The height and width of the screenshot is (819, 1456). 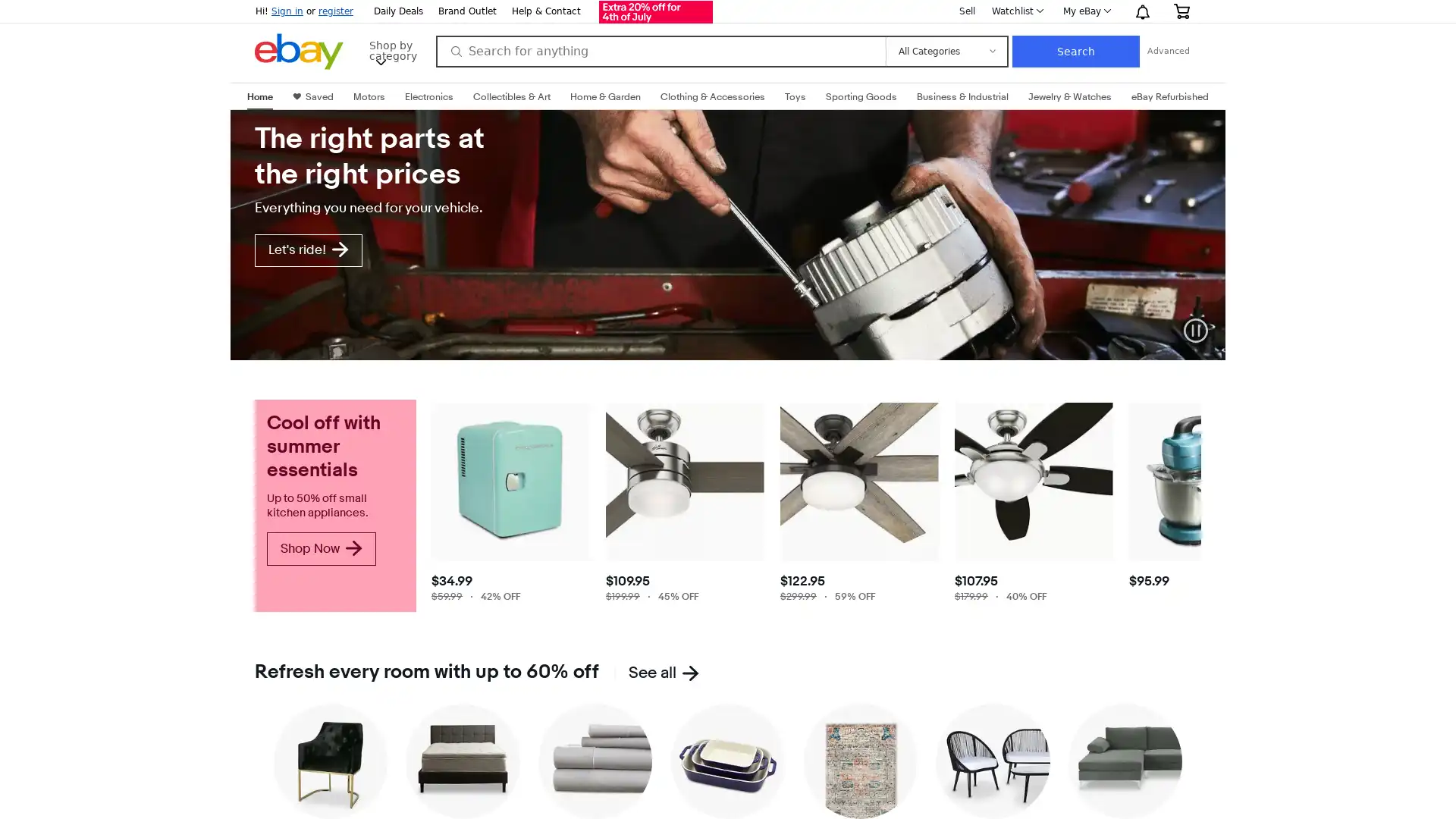 I want to click on Search, so click(x=1074, y=51).